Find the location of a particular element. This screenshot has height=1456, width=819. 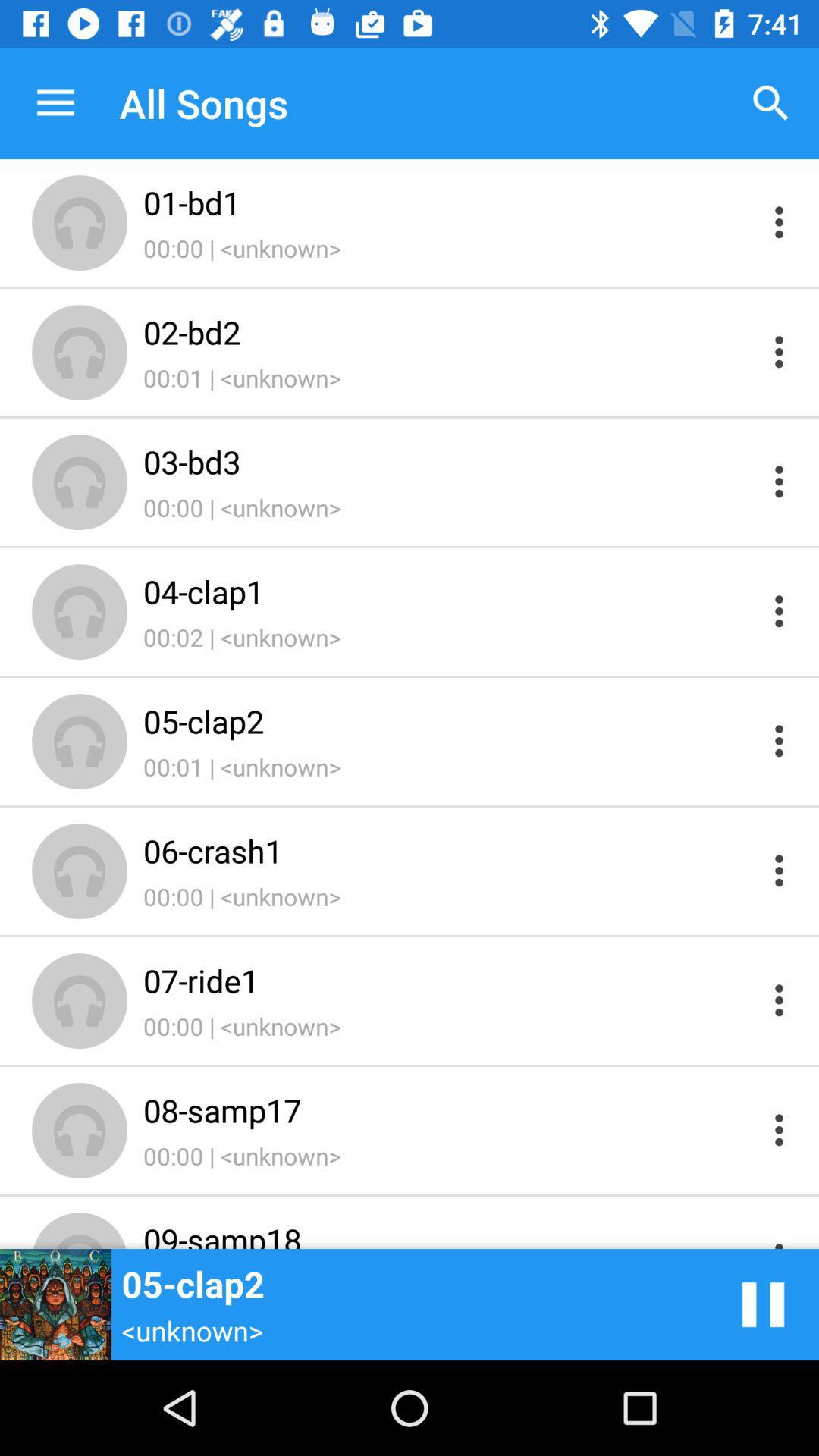

click for more options is located at coordinates (779, 611).